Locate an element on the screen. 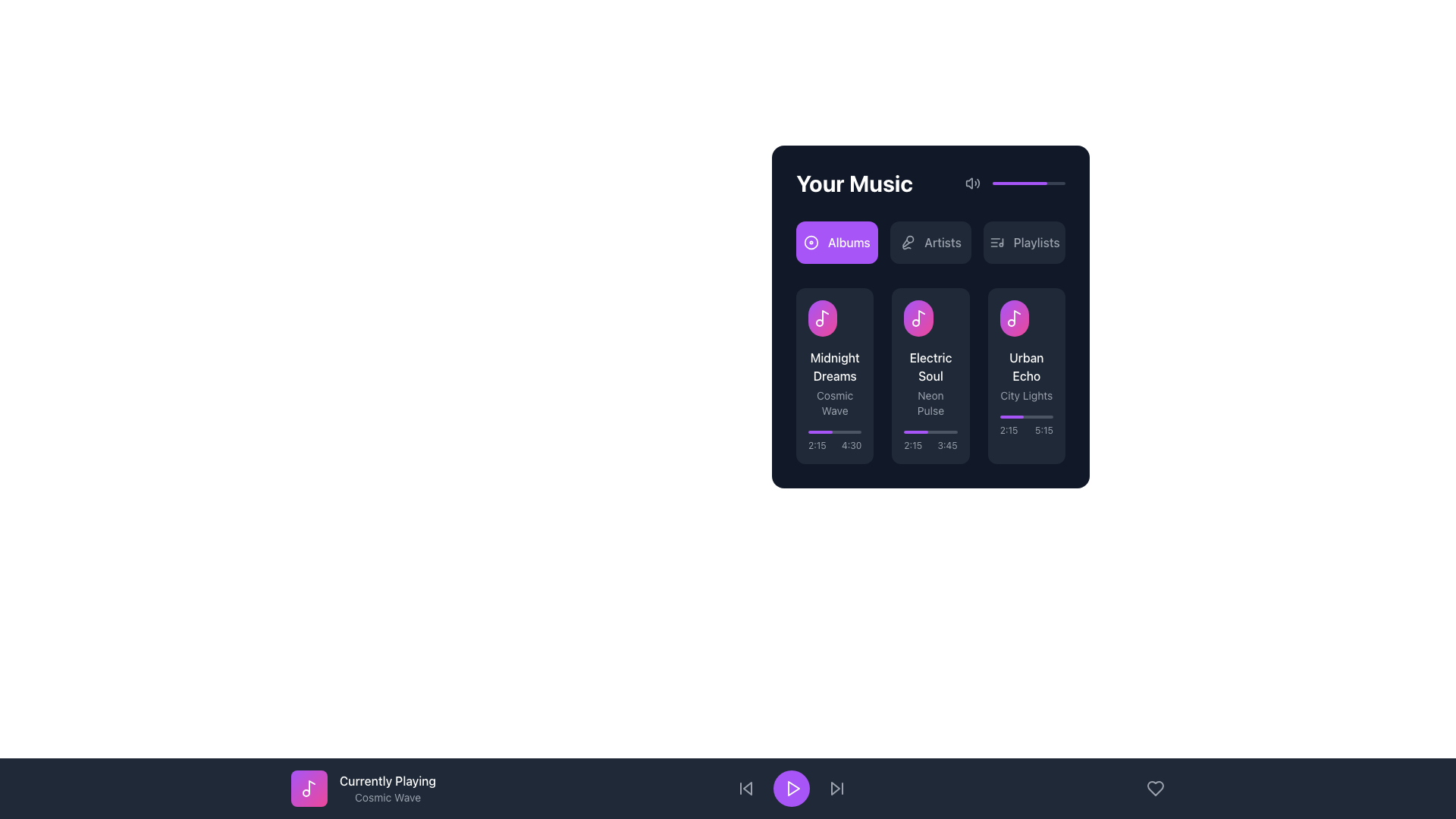  the circular button with a gradient background and a white music icon, located in the 'Your Music' section, specifically in the second column of the album cards labeled 'Electric Soul' and 'Neon Pulse', positioned to the left of the play button icon is located at coordinates (918, 318).